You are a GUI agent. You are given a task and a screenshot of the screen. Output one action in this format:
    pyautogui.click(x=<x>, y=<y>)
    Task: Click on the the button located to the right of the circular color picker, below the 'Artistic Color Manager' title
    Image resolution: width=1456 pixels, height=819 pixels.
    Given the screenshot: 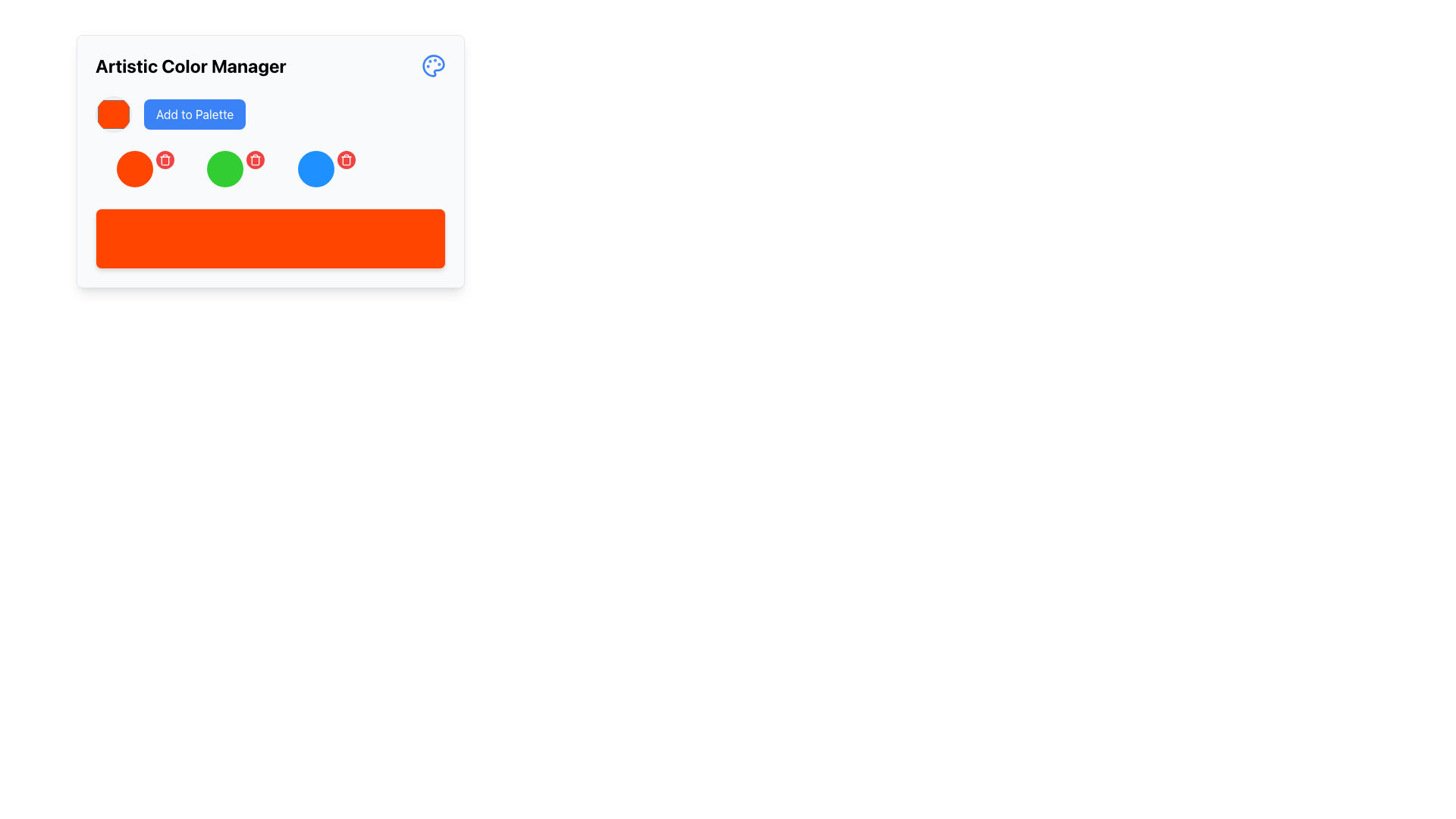 What is the action you would take?
    pyautogui.click(x=194, y=113)
    